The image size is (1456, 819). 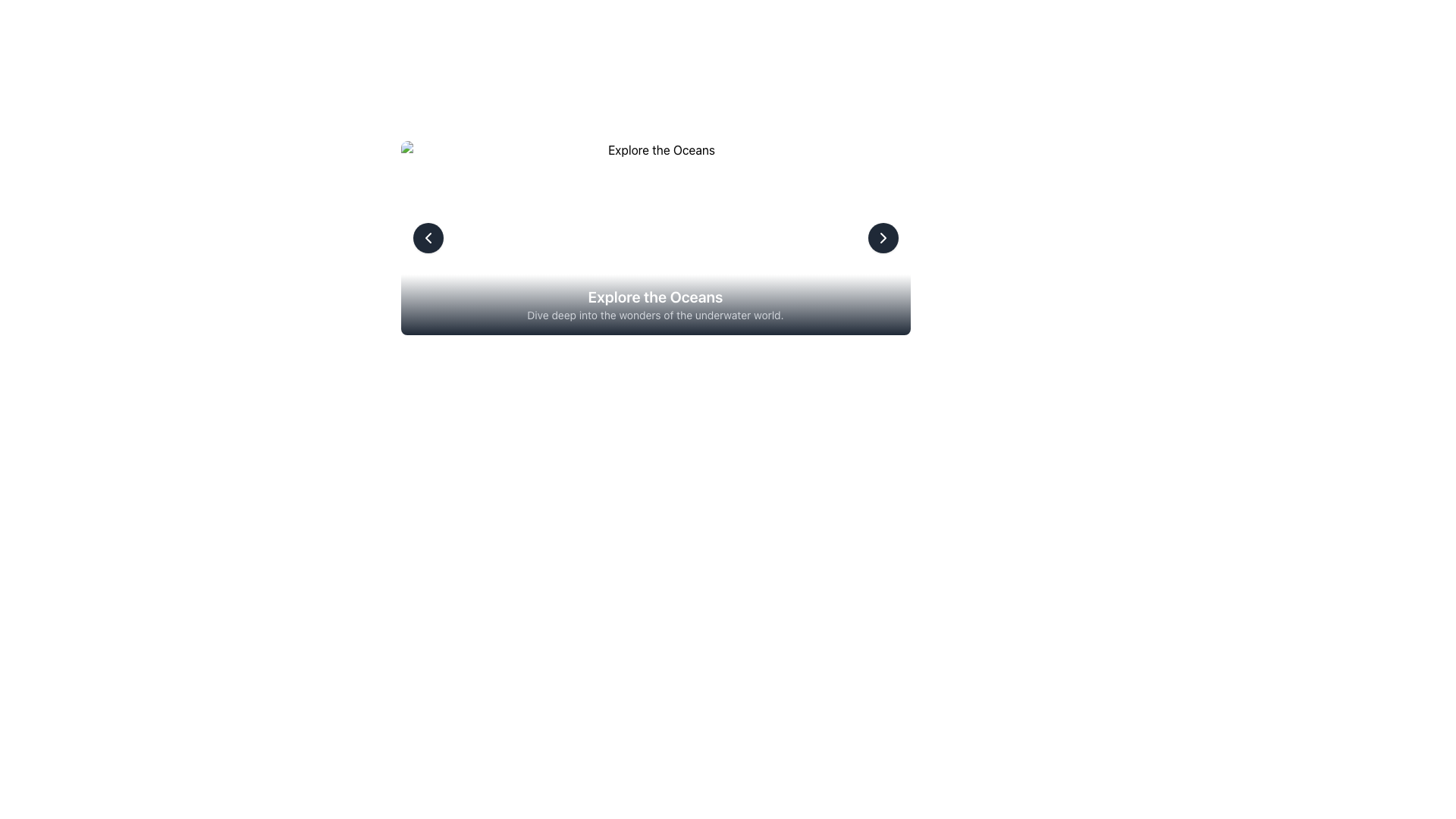 What do you see at coordinates (427, 237) in the screenshot?
I see `the circular button with a left-pointing chevron` at bounding box center [427, 237].